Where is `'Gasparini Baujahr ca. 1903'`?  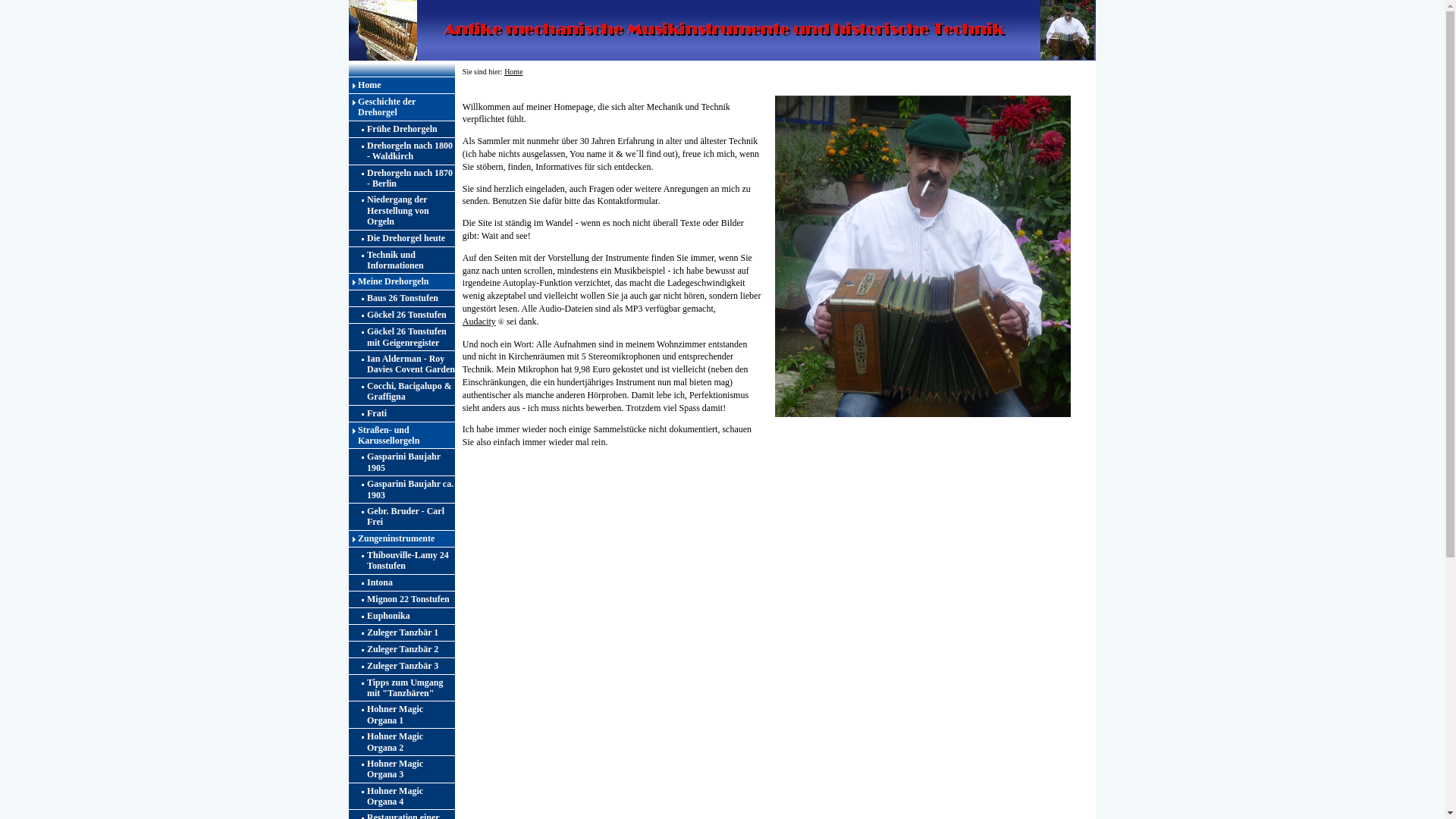
'Gasparini Baujahr ca. 1903' is located at coordinates (401, 489).